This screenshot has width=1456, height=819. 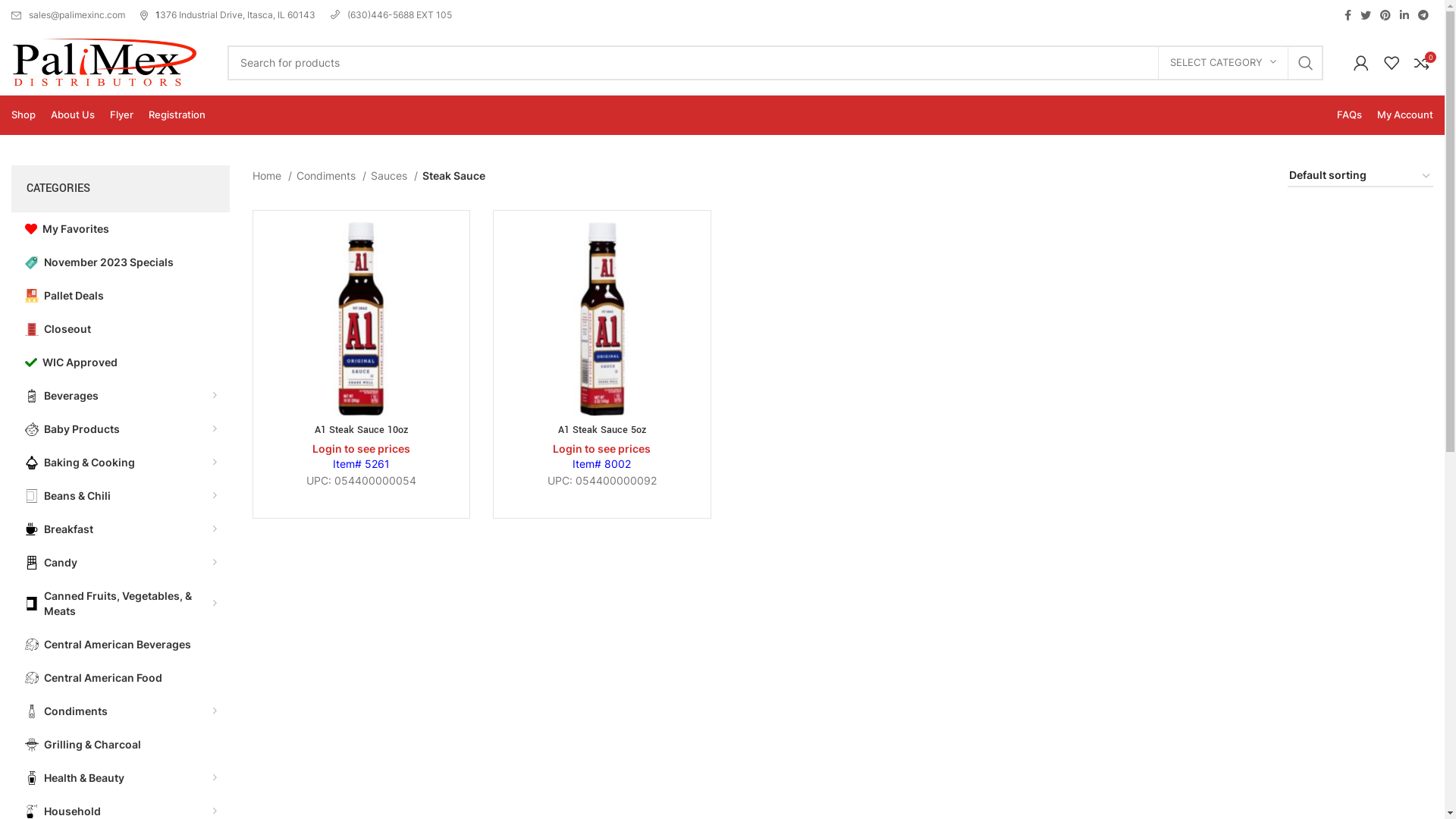 I want to click on 'breakfast-hot-drink-coffee-svgrepo-com', so click(x=32, y=529).